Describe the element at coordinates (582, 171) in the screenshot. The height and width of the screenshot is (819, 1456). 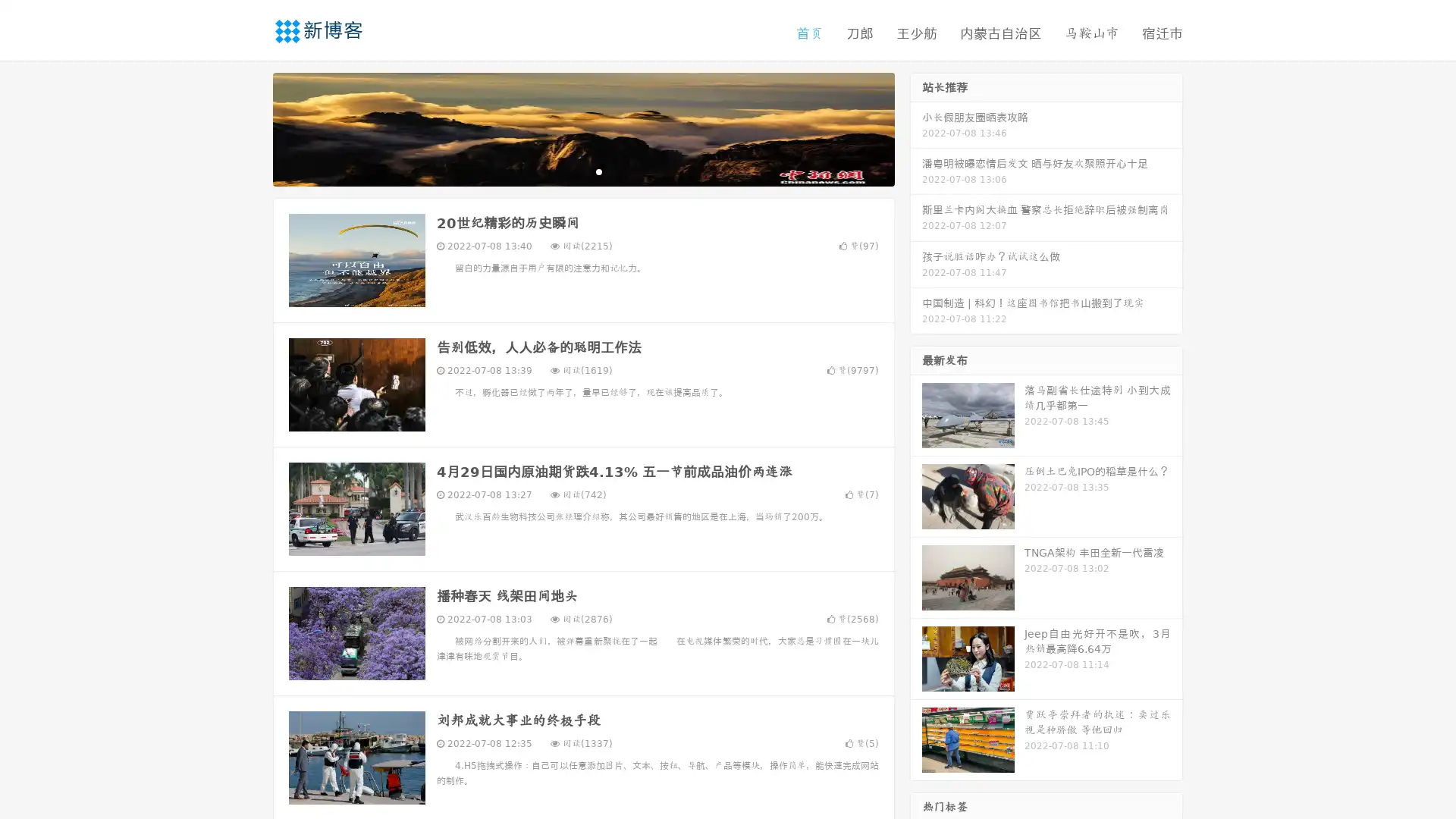
I see `Go to slide 2` at that location.